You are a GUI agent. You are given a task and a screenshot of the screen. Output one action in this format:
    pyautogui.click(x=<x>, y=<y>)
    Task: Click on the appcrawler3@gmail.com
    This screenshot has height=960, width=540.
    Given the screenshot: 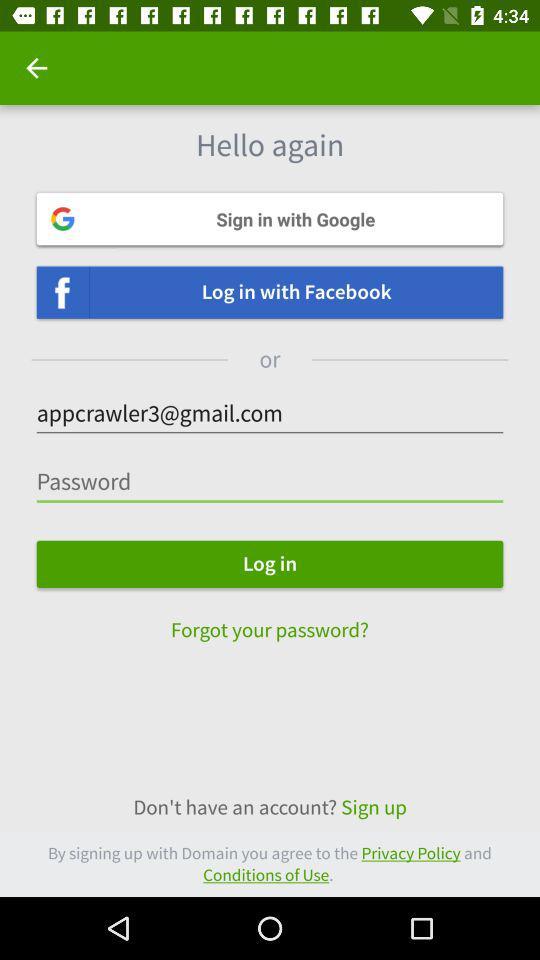 What is the action you would take?
    pyautogui.click(x=270, y=413)
    